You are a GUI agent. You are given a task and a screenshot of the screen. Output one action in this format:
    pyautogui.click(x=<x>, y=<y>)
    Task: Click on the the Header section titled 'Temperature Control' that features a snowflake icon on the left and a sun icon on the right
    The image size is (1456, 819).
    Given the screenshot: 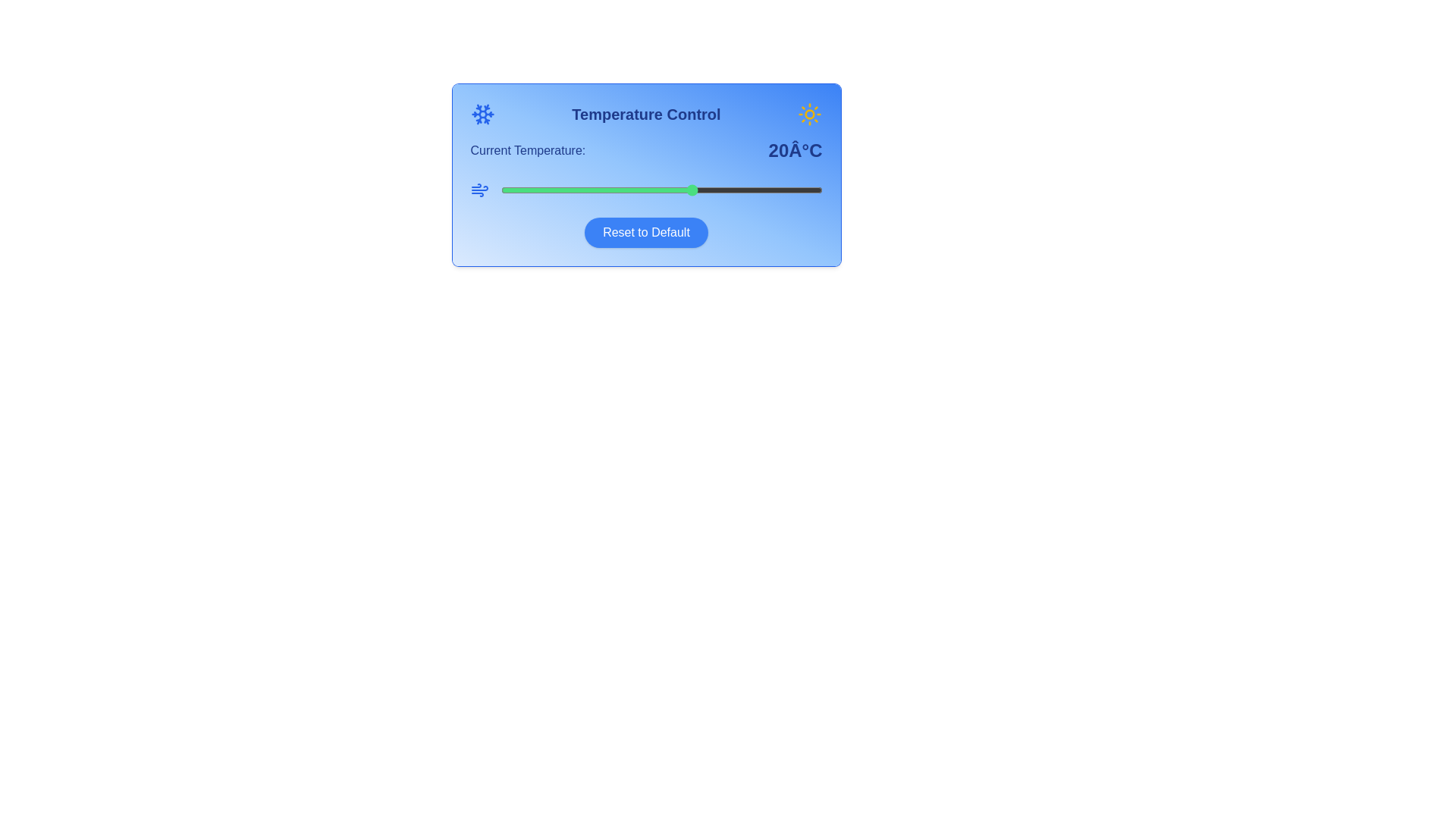 What is the action you would take?
    pyautogui.click(x=646, y=113)
    